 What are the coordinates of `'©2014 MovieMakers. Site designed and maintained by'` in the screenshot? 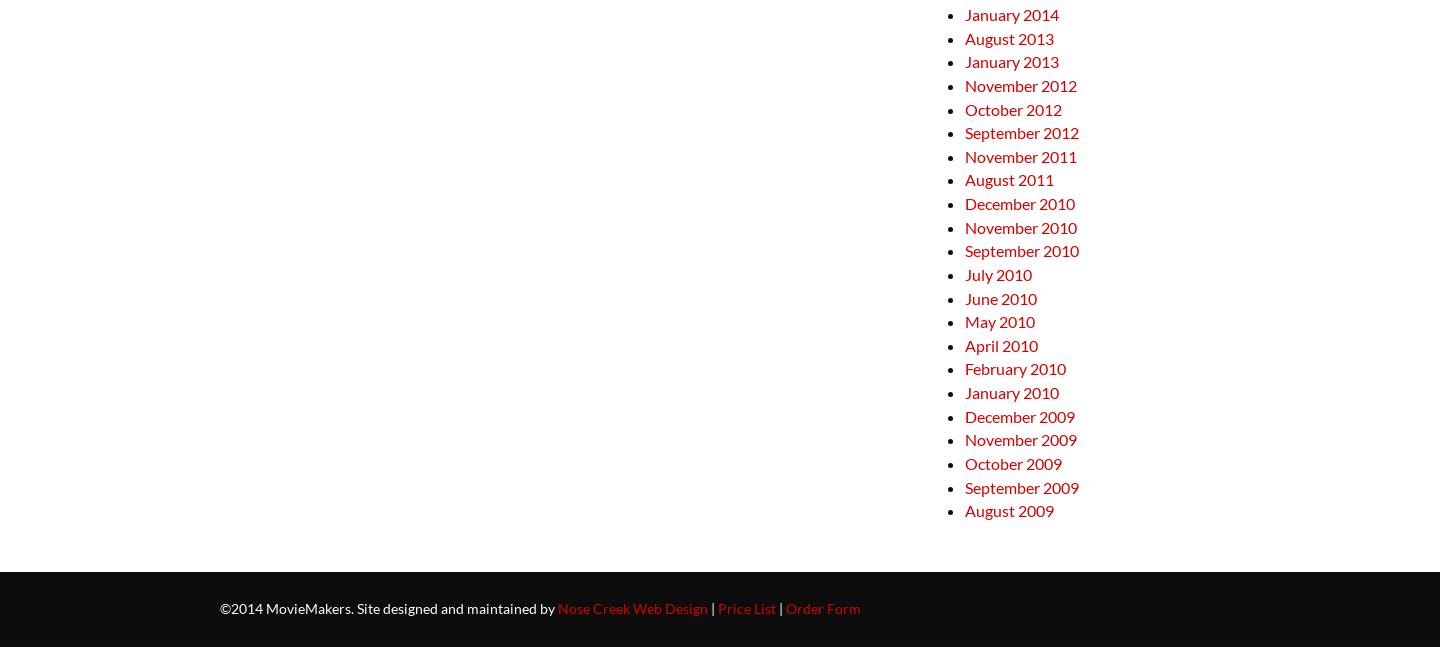 It's located at (387, 609).